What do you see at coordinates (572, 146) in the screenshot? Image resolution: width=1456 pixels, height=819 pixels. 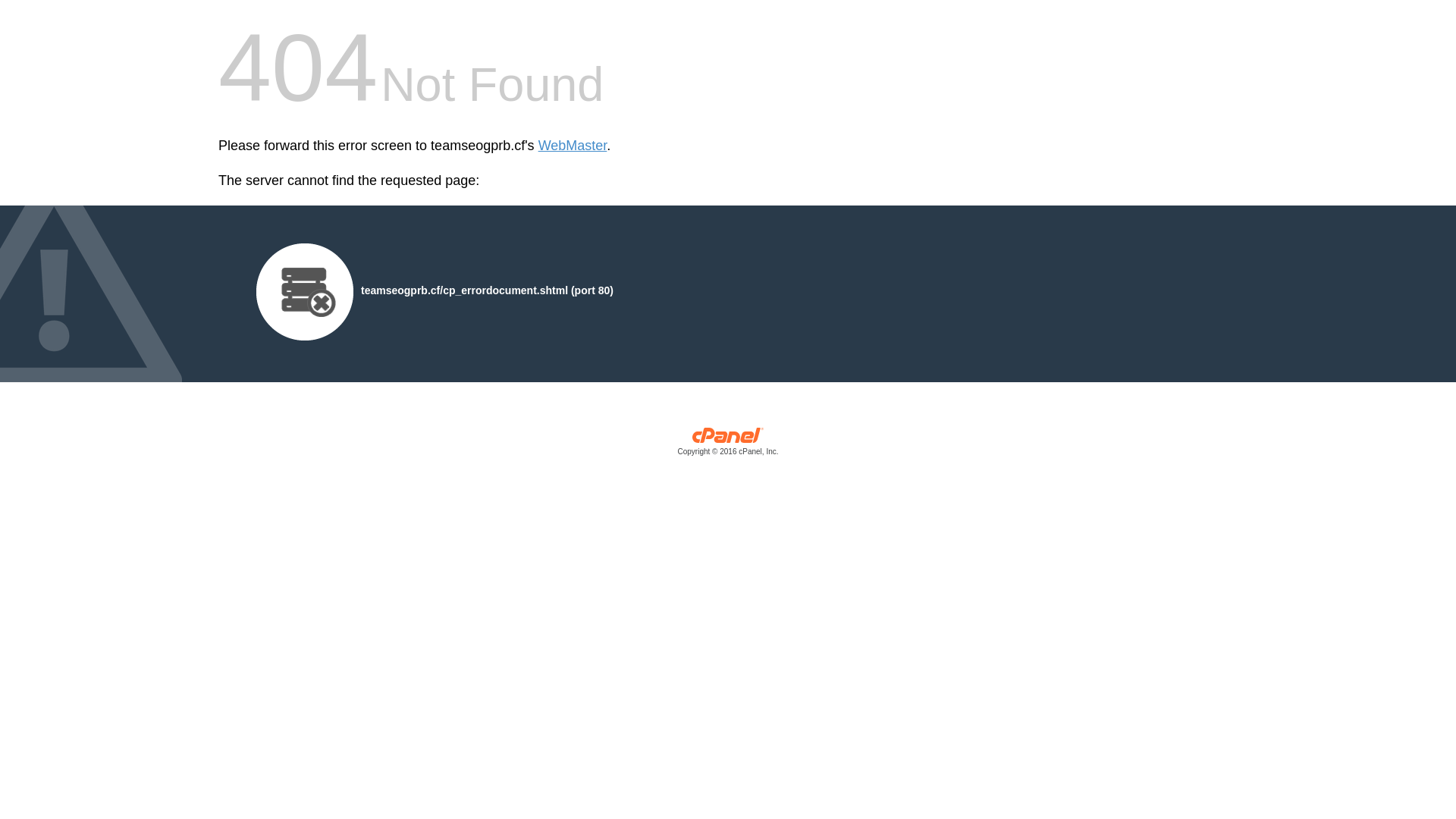 I see `'WebMaster'` at bounding box center [572, 146].